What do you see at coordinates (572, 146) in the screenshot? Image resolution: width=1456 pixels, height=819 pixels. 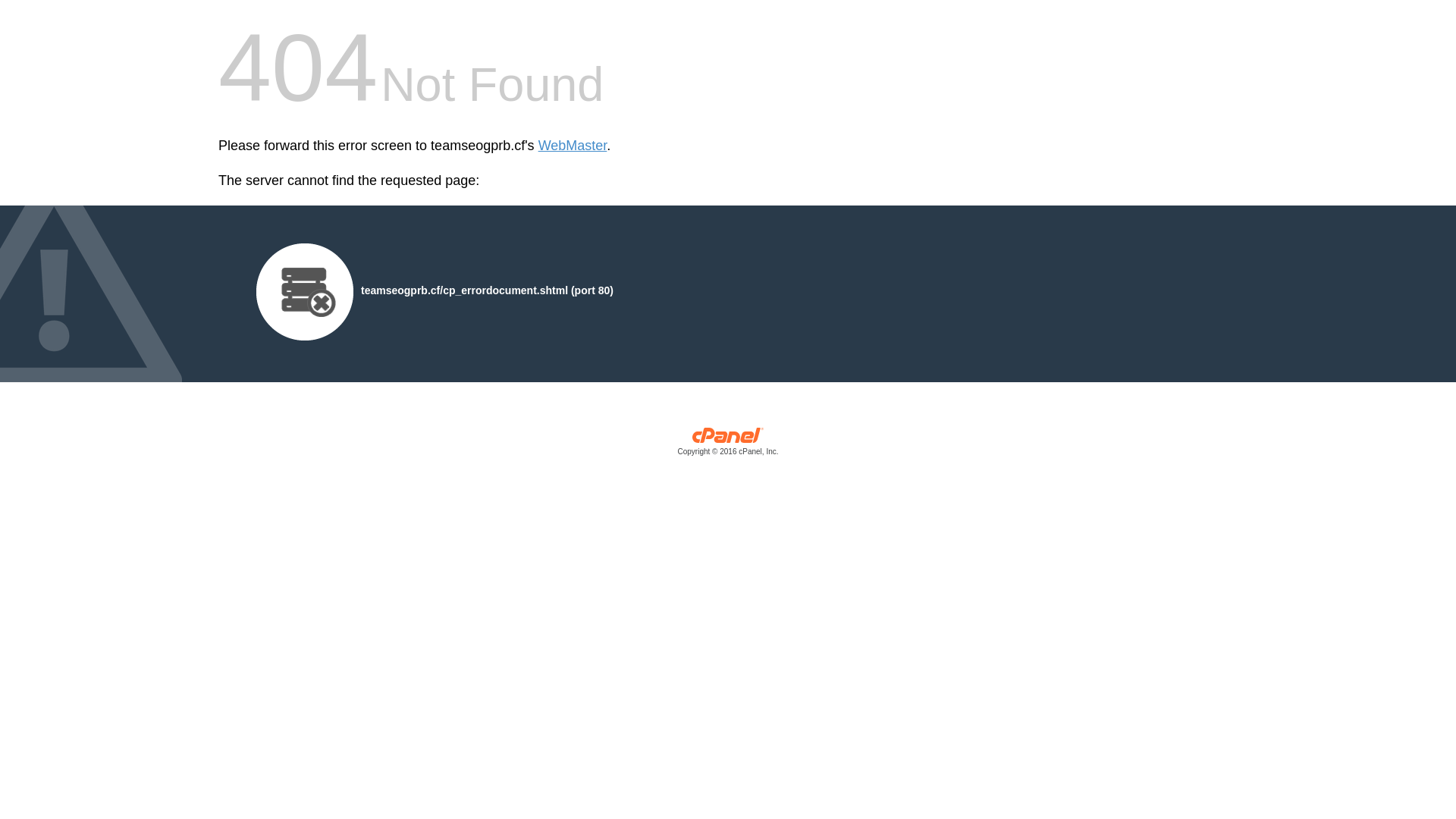 I see `'WebMaster'` at bounding box center [572, 146].